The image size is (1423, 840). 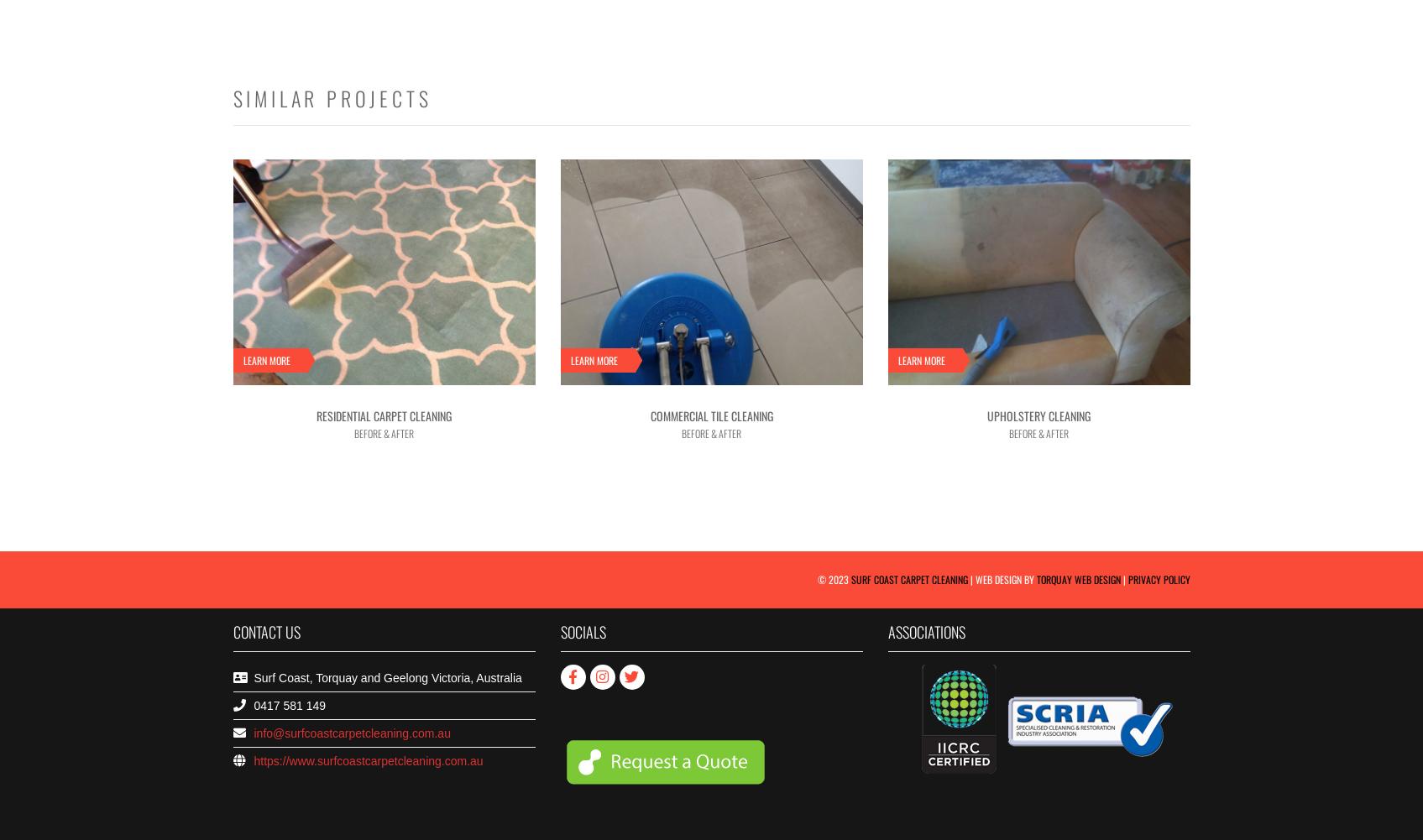 What do you see at coordinates (368, 761) in the screenshot?
I see `'https://www.surfcoastcarpetcleaning.com.au'` at bounding box center [368, 761].